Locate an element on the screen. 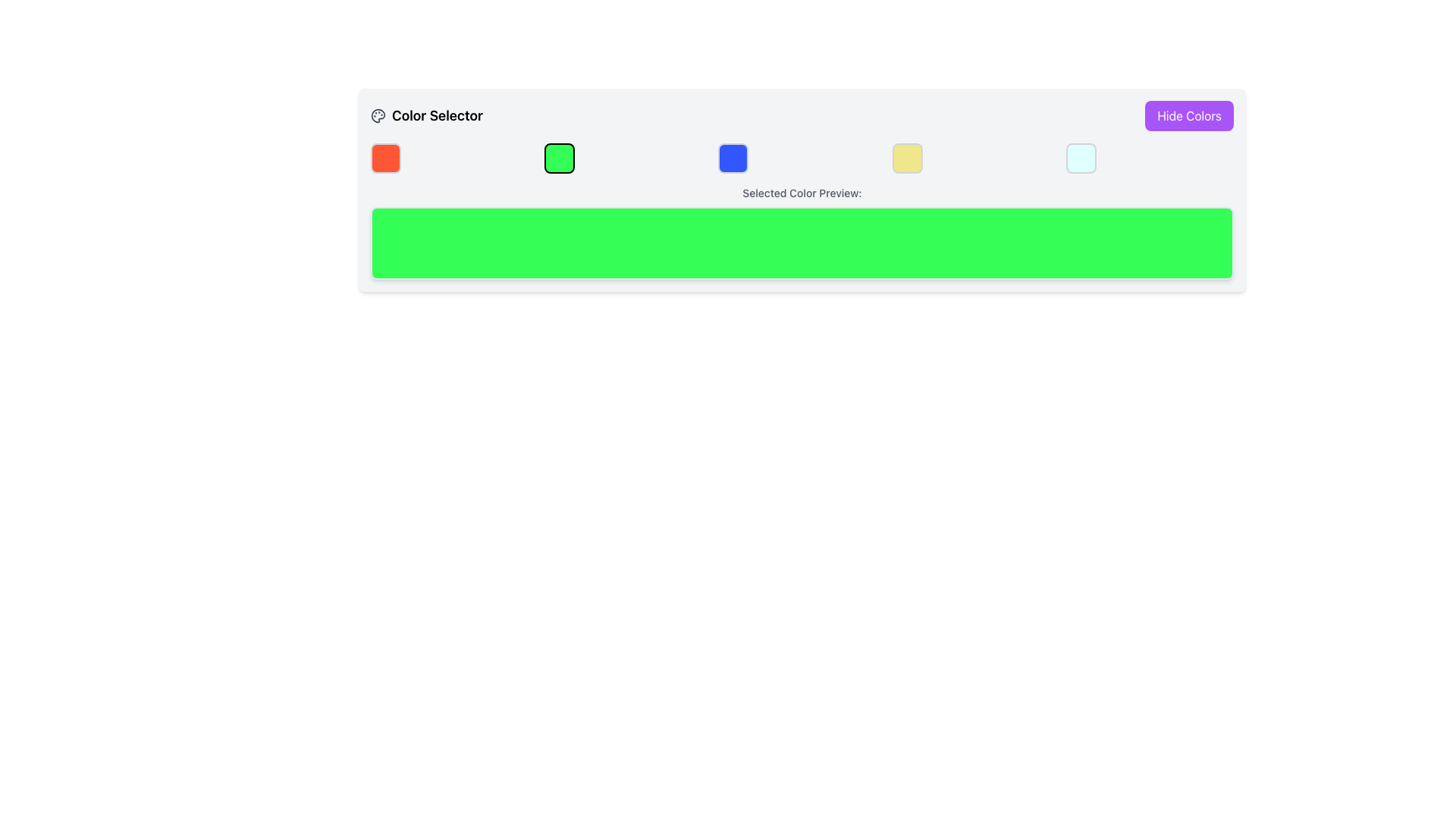 The width and height of the screenshot is (1456, 819). the button located at the far right of the 'Color Selector' toolbar to hide the color selection interface is located at coordinates (1188, 115).